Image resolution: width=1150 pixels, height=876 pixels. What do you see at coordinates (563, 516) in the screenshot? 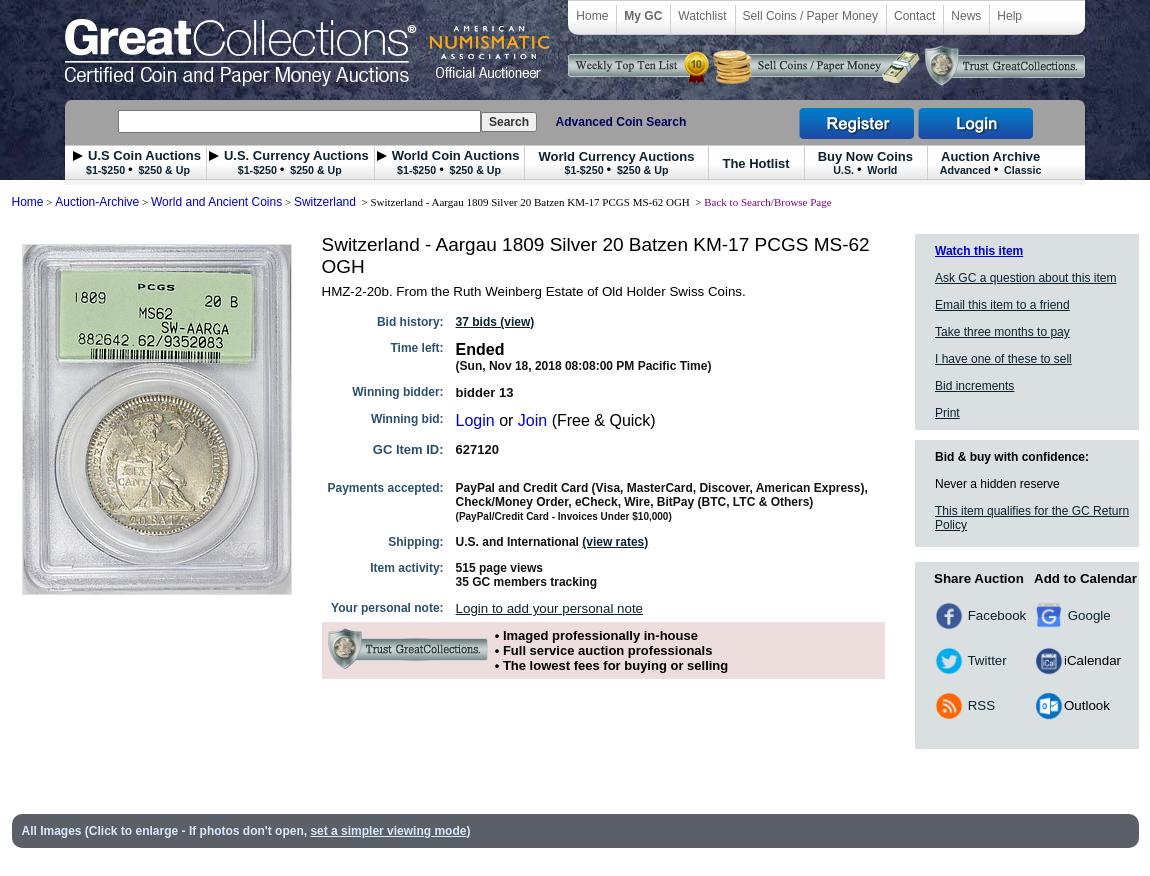
I see `'(PayPal/Credit Card - Invoices Under $10,000)'` at bounding box center [563, 516].